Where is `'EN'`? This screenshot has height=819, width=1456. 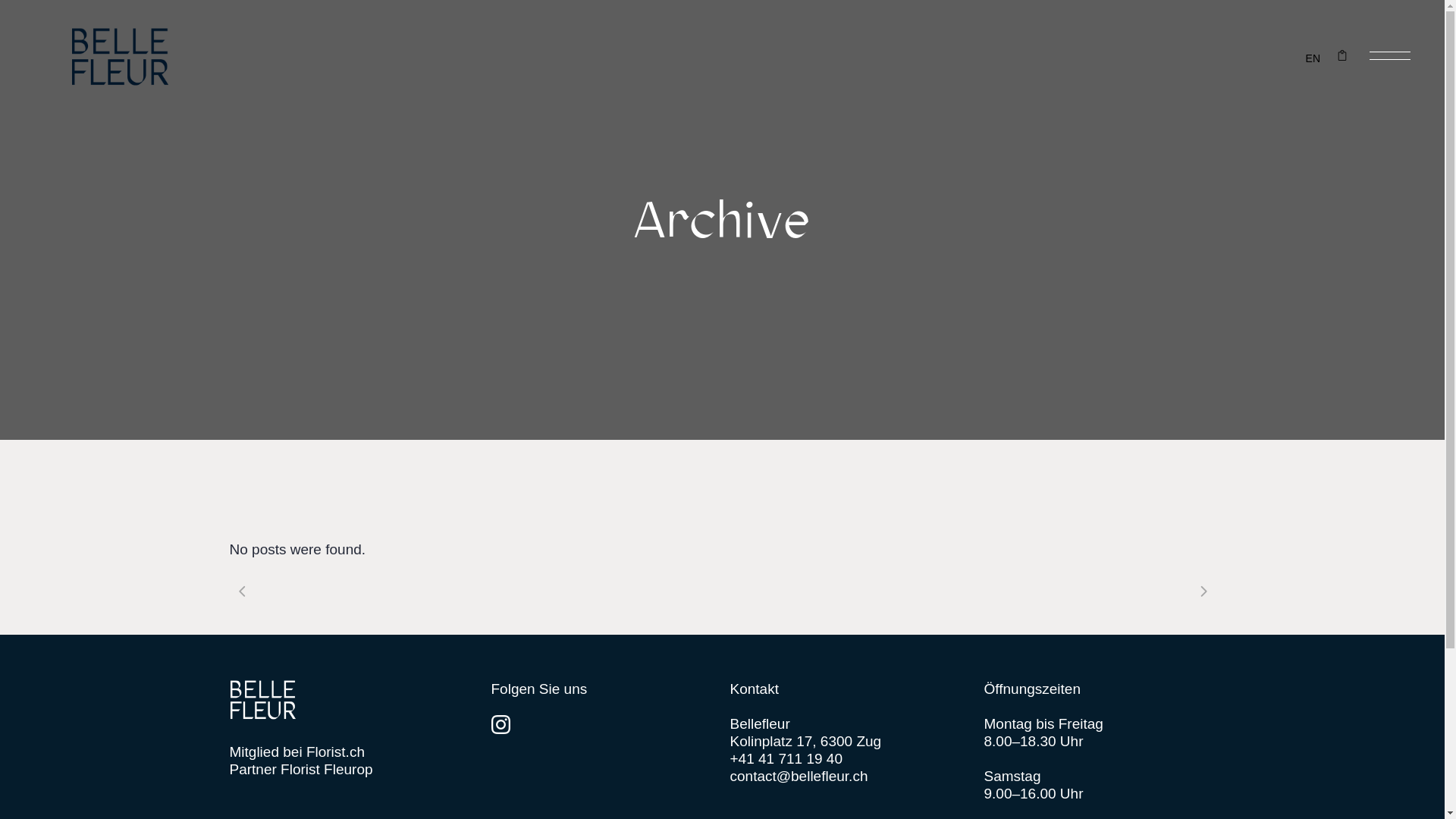 'EN' is located at coordinates (1312, 57).